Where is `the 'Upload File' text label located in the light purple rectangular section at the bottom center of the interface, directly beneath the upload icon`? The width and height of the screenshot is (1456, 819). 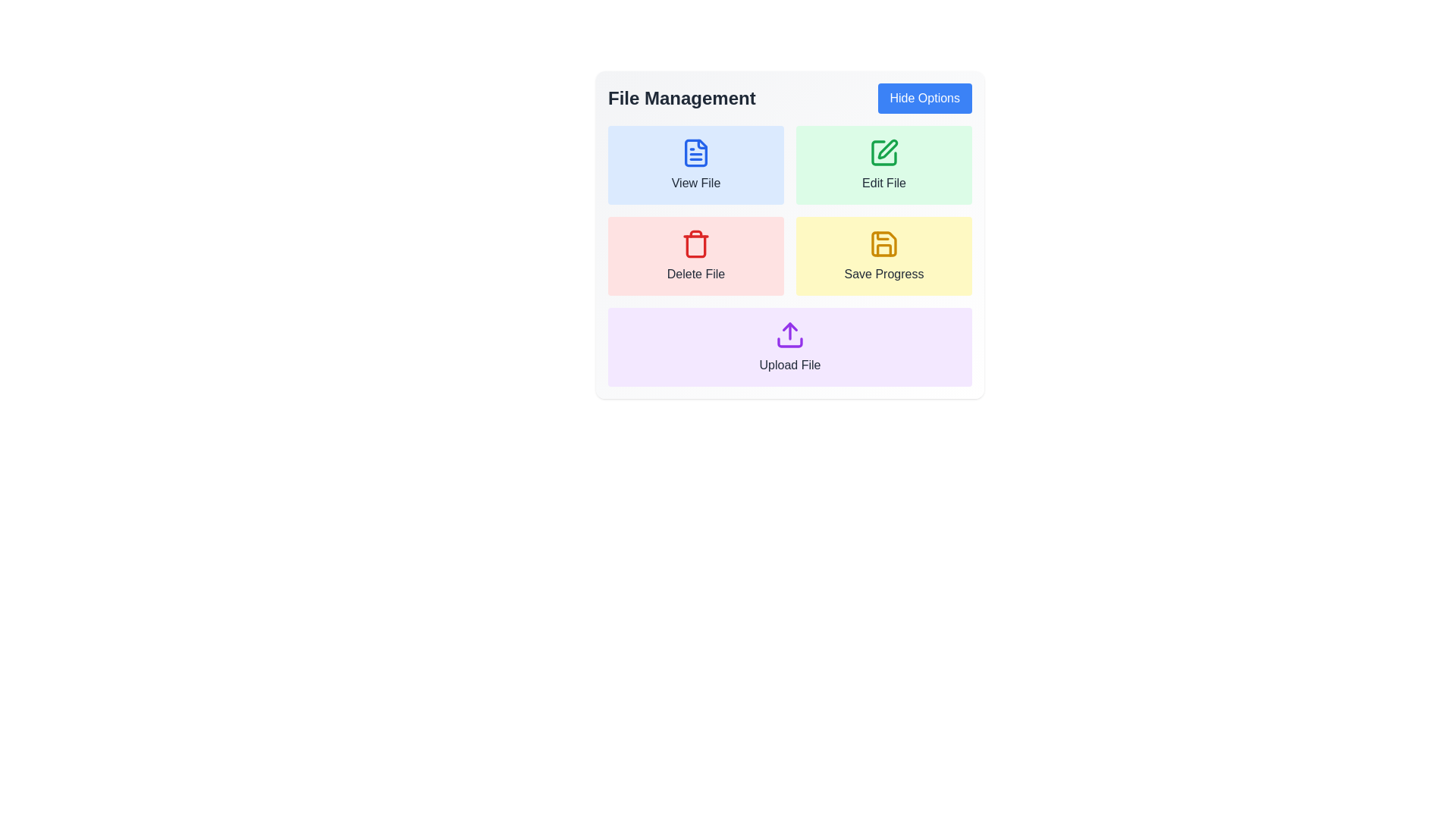 the 'Upload File' text label located in the light purple rectangular section at the bottom center of the interface, directly beneath the upload icon is located at coordinates (789, 366).